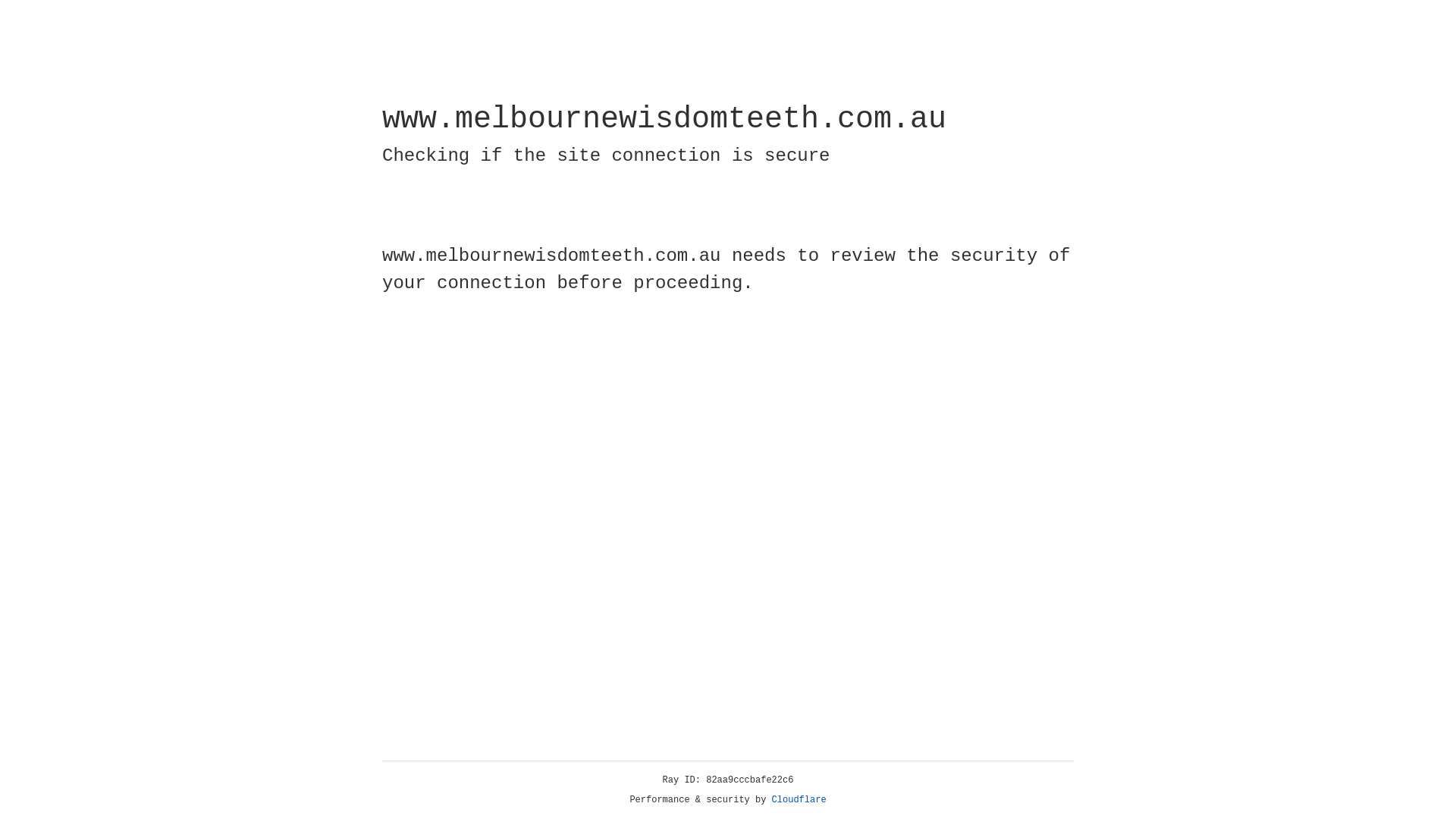 The image size is (1456, 819). What do you see at coordinates (799, 799) in the screenshot?
I see `'Cloudflare'` at bounding box center [799, 799].